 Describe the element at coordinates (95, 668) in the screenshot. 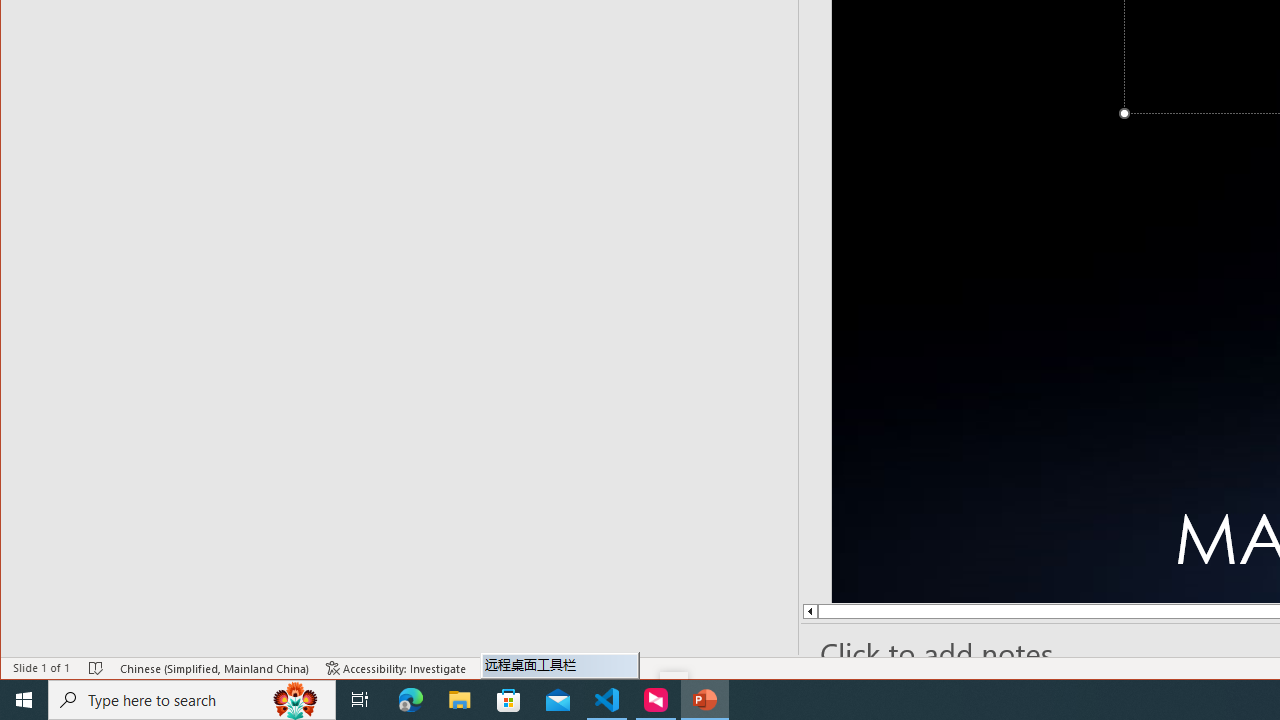

I see `'Spell Check No Errors'` at that location.